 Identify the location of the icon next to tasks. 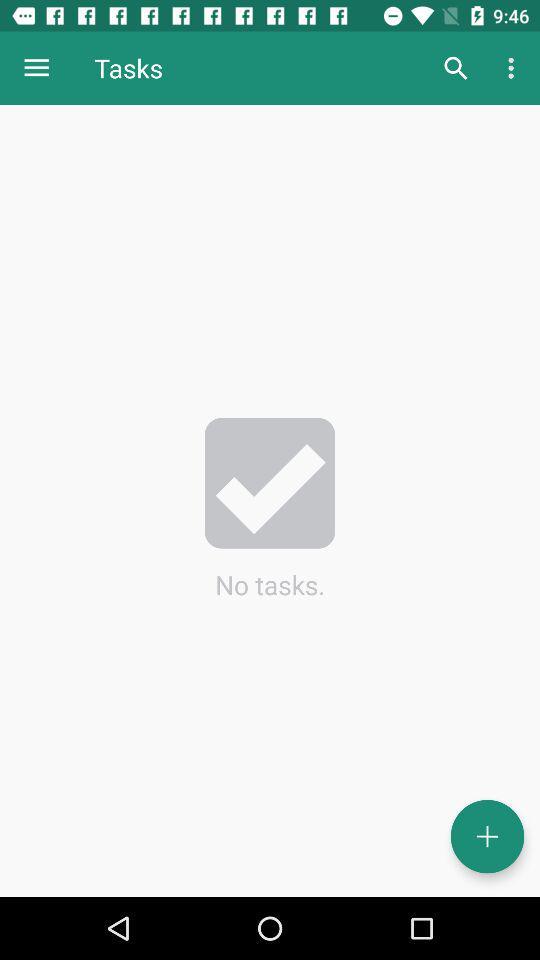
(36, 68).